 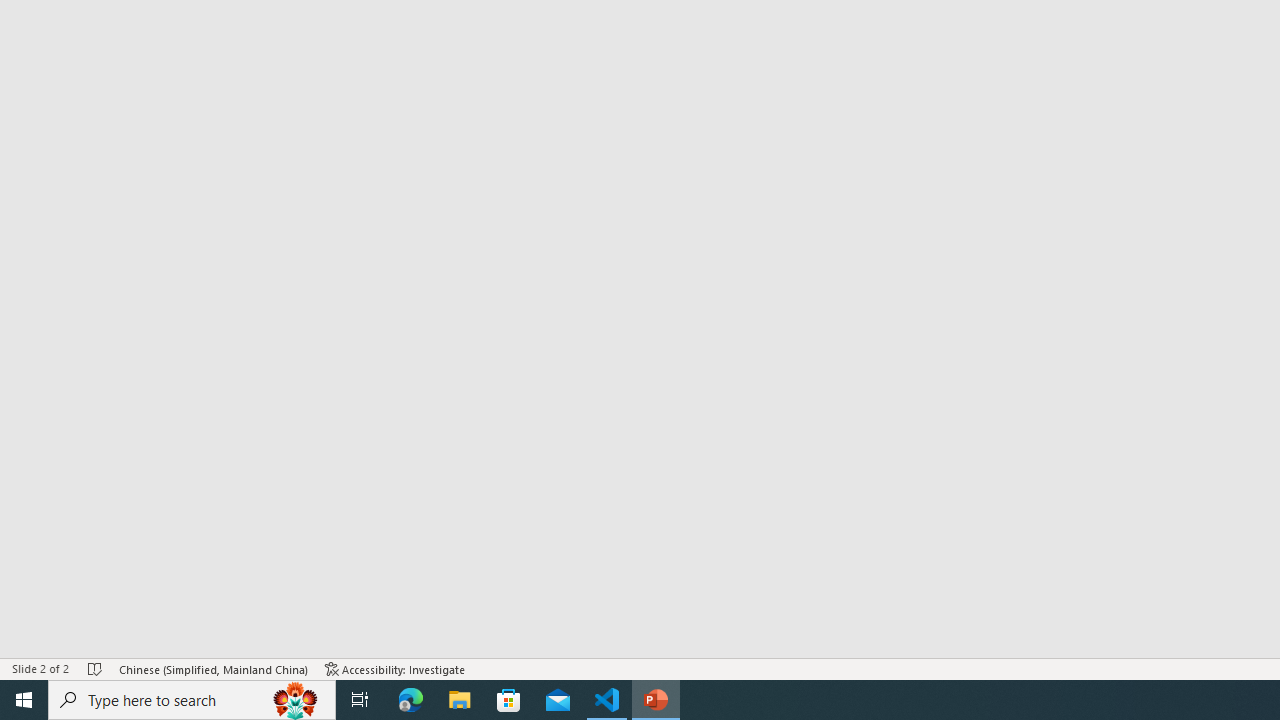 I want to click on 'Spell Check No Errors', so click(x=95, y=669).